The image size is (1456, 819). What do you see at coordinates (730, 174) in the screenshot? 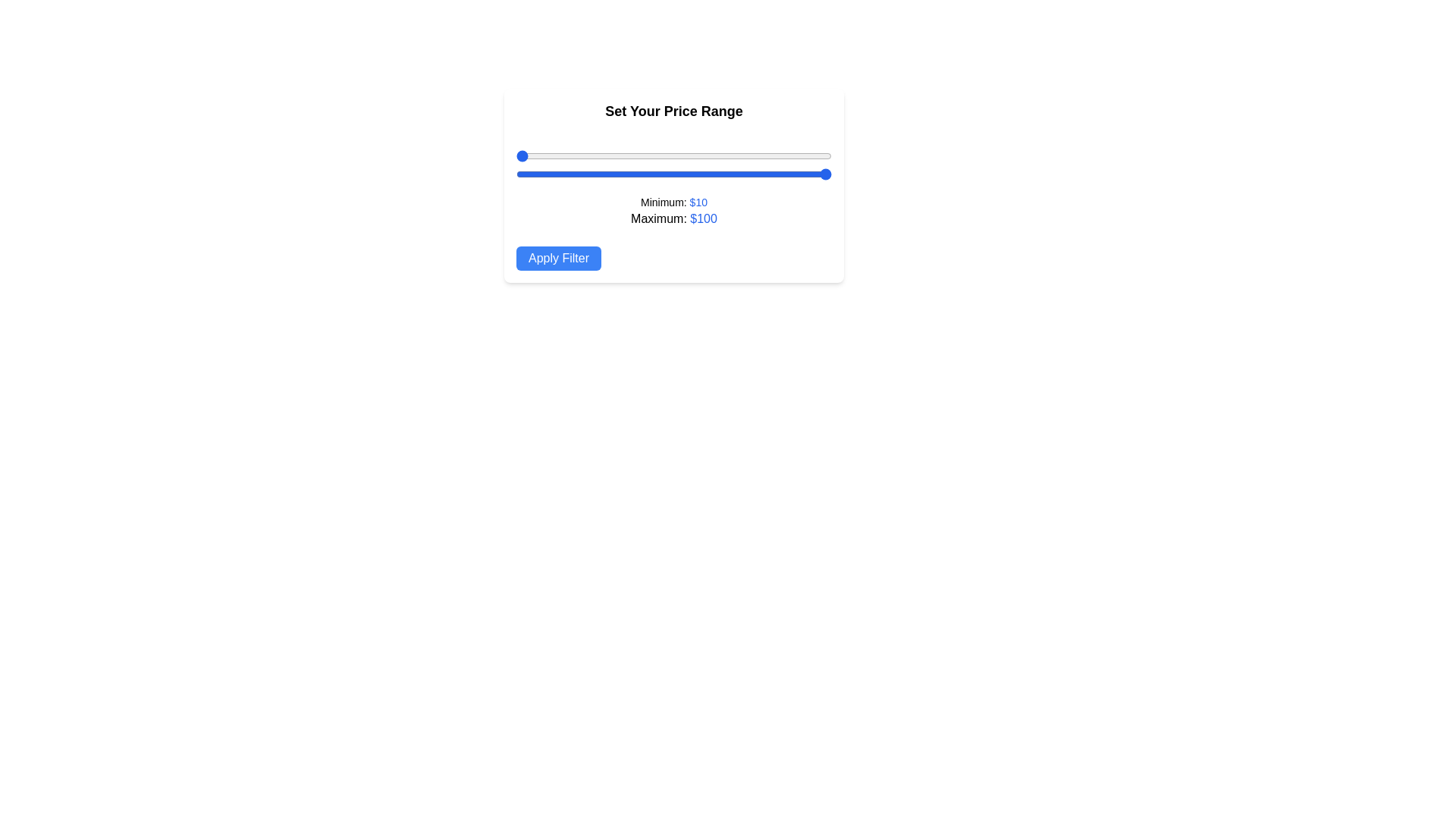
I see `the slider` at bounding box center [730, 174].